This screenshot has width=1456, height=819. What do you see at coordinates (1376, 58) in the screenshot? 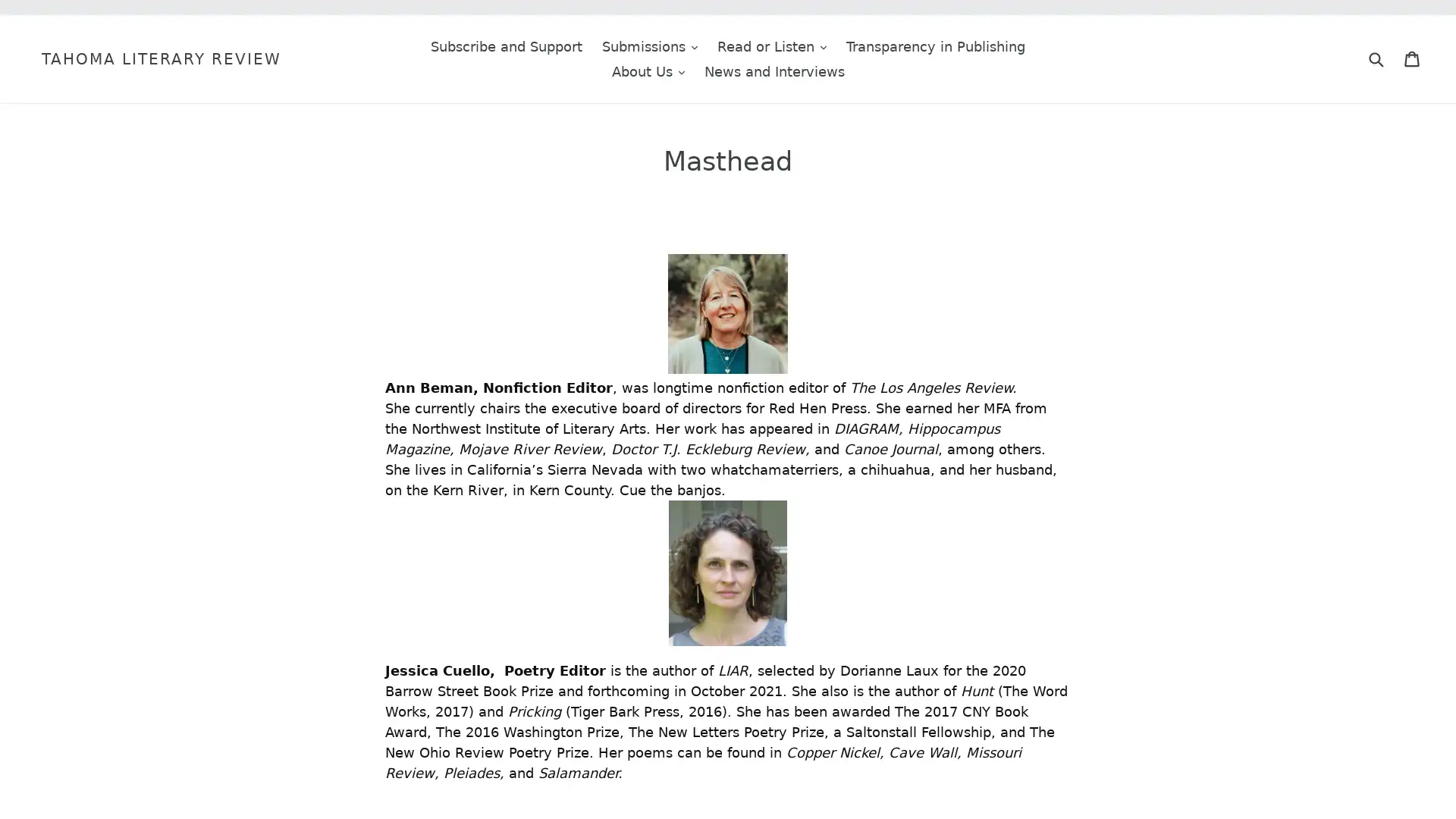
I see `Submit` at bounding box center [1376, 58].